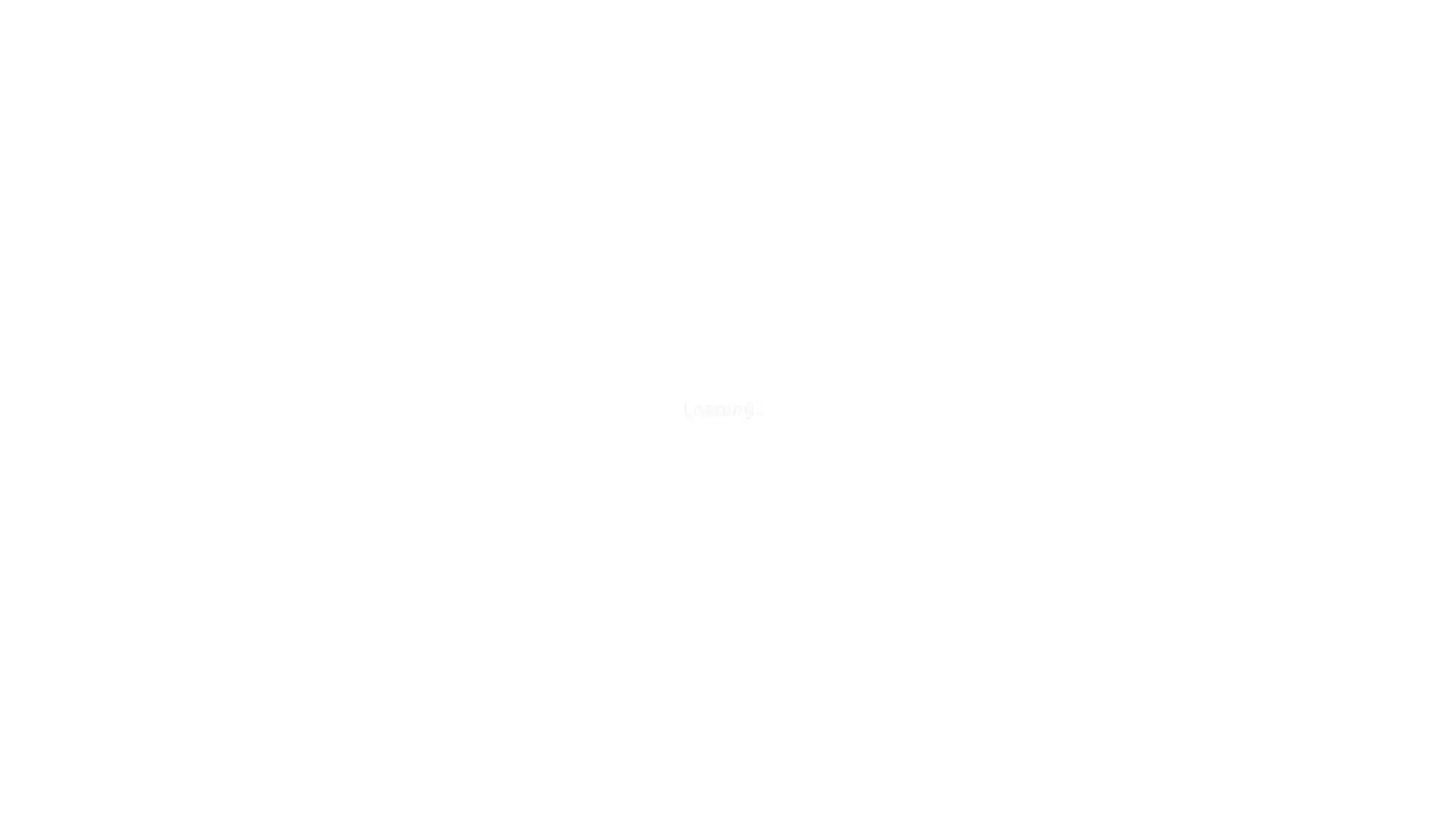  Describe the element at coordinates (642, 457) in the screenshot. I see `Join` at that location.